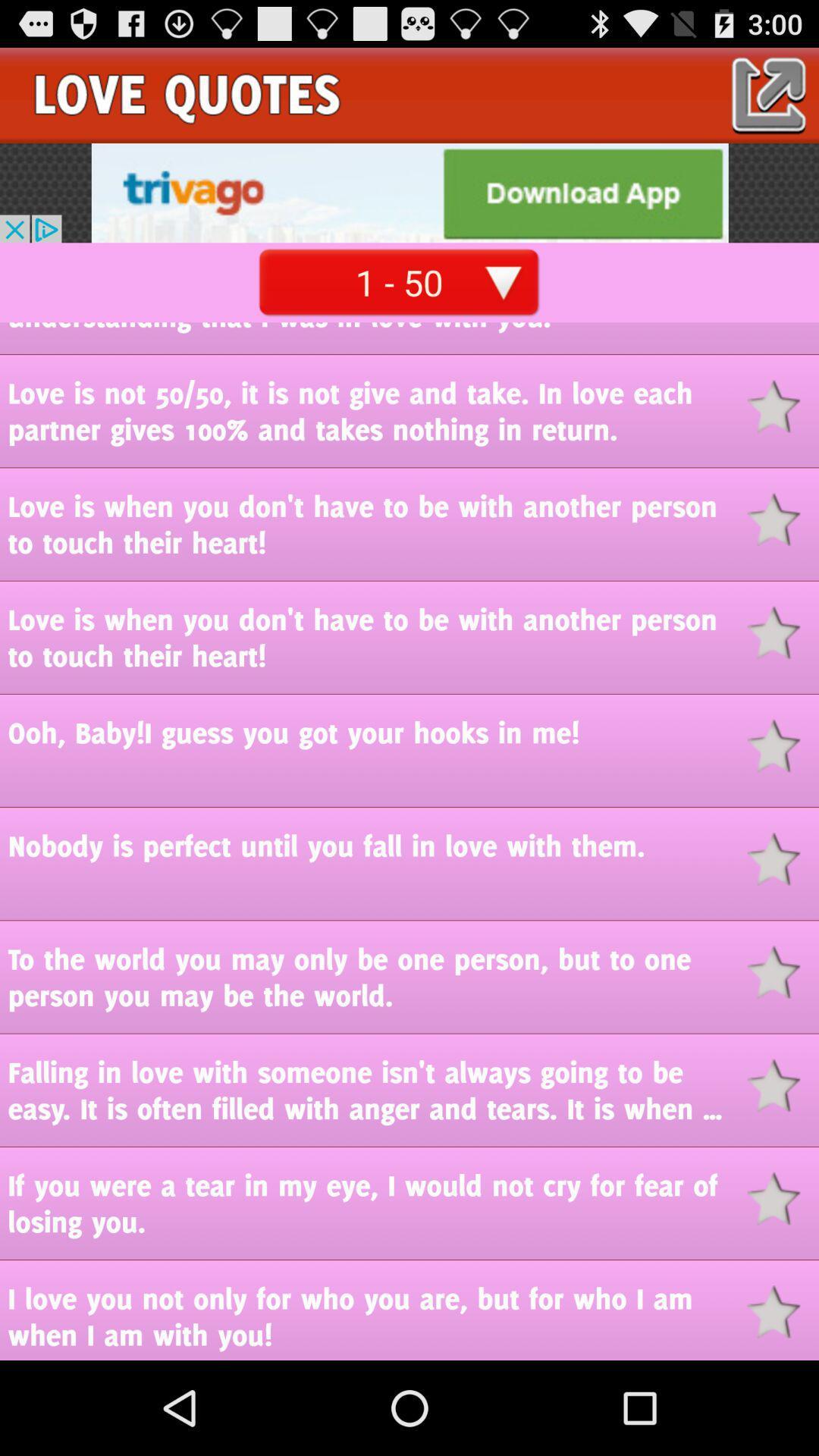 This screenshot has width=819, height=1456. Describe the element at coordinates (783, 406) in the screenshot. I see `the quote` at that location.